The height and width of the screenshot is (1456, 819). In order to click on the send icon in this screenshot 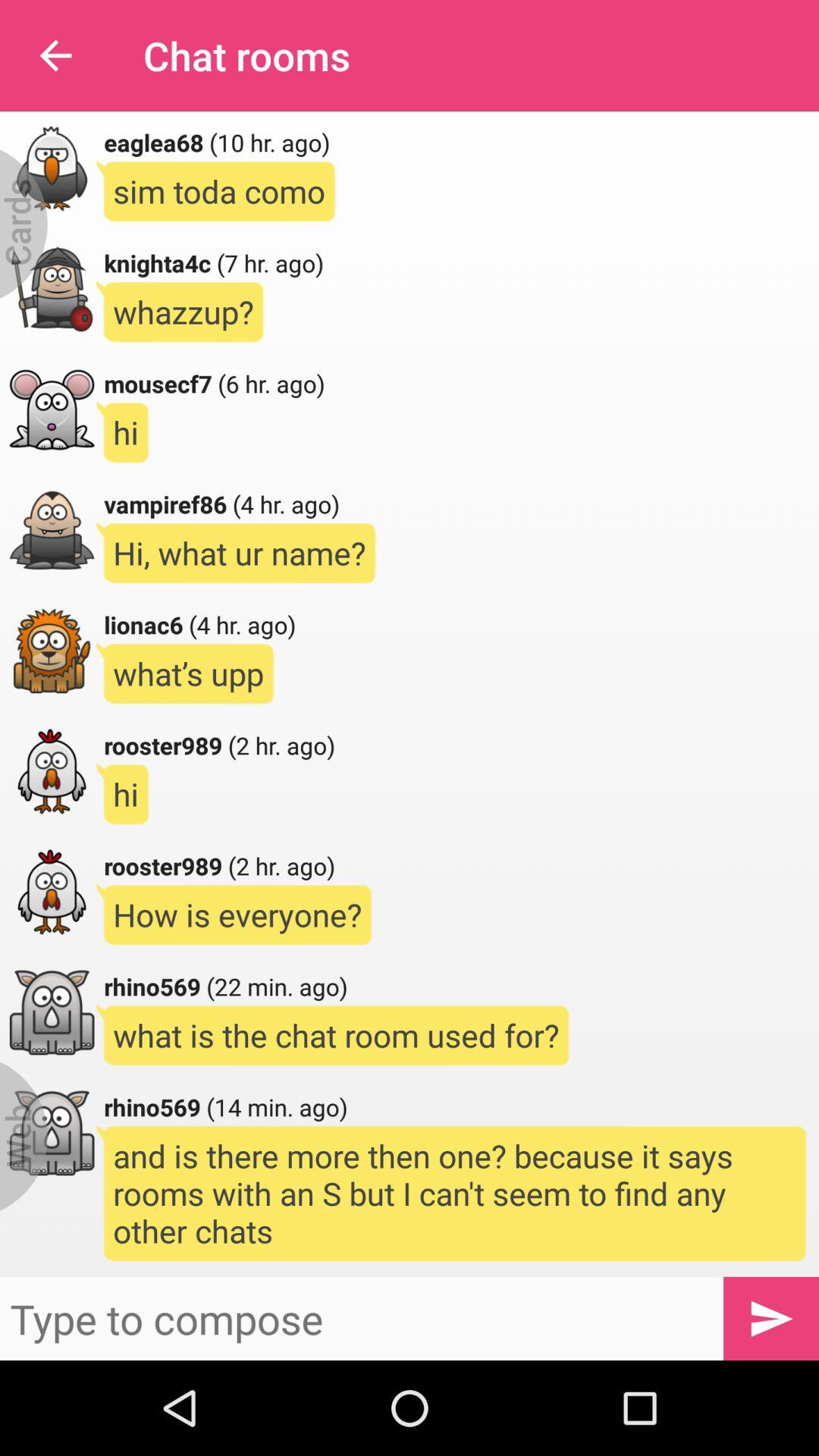, I will do `click(771, 1317)`.